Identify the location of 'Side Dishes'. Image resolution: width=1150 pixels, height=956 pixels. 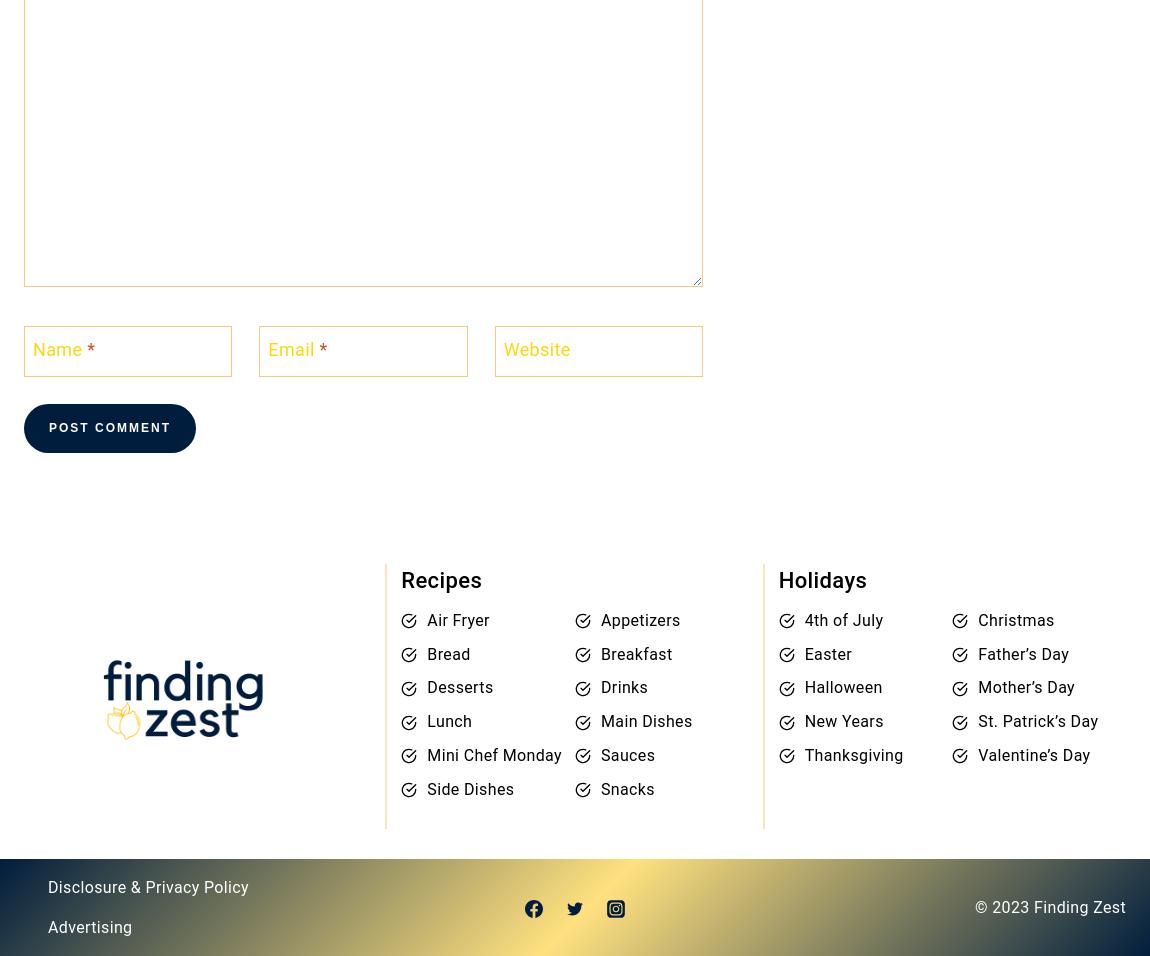
(470, 787).